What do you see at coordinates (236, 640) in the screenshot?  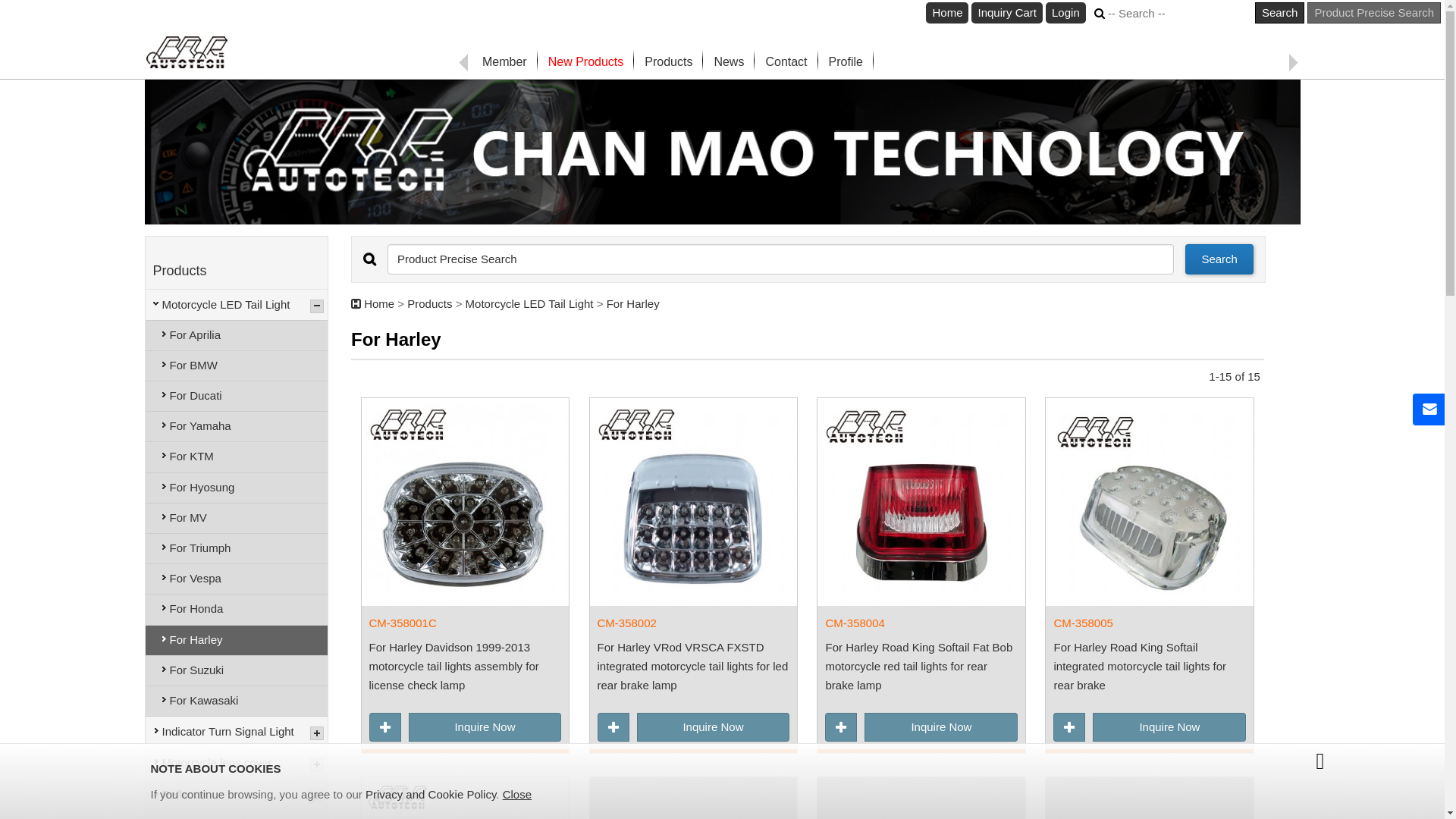 I see `'For Harley'` at bounding box center [236, 640].